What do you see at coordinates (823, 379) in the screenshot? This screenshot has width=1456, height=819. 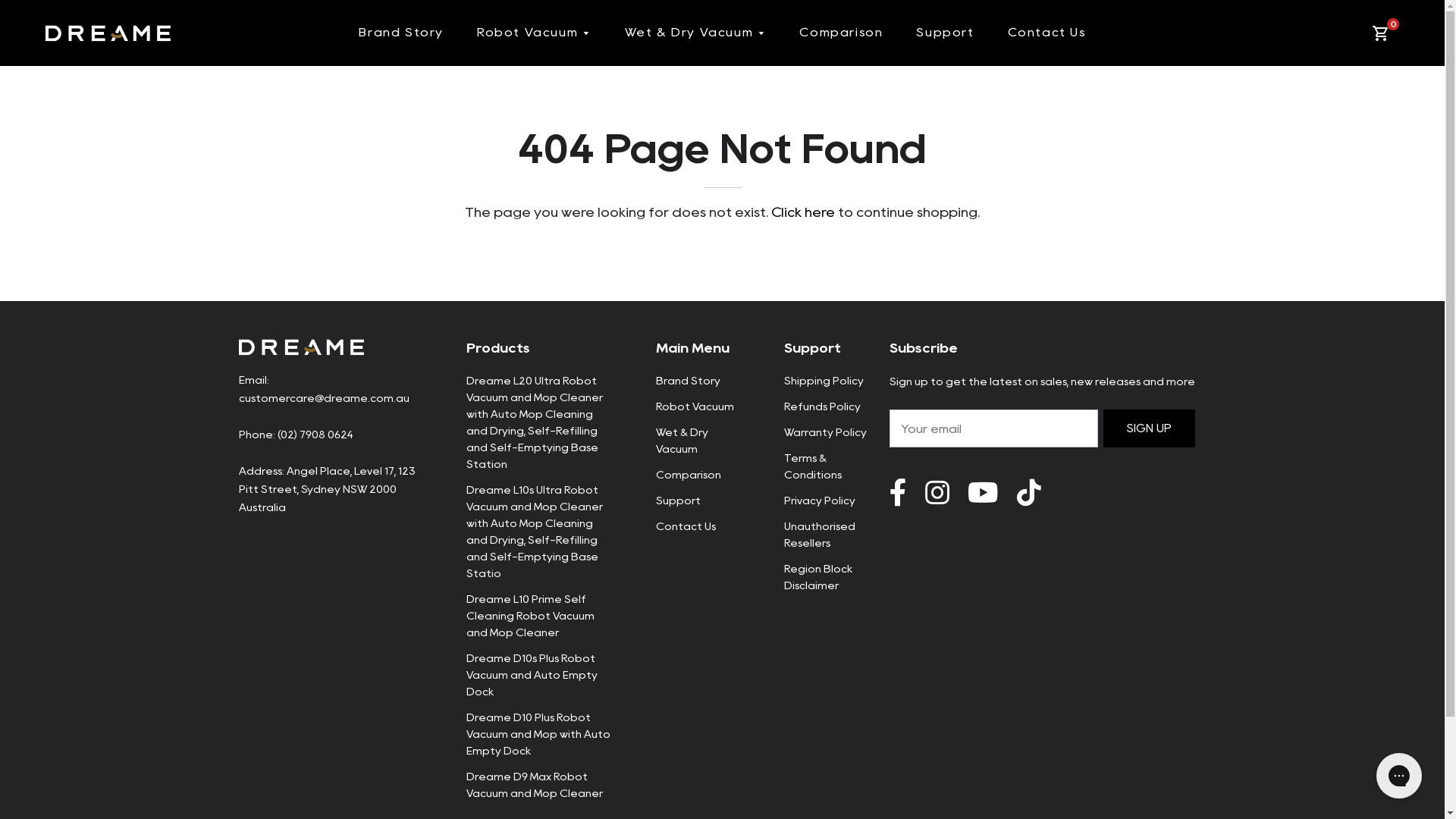 I see `'Shipping Policy'` at bounding box center [823, 379].